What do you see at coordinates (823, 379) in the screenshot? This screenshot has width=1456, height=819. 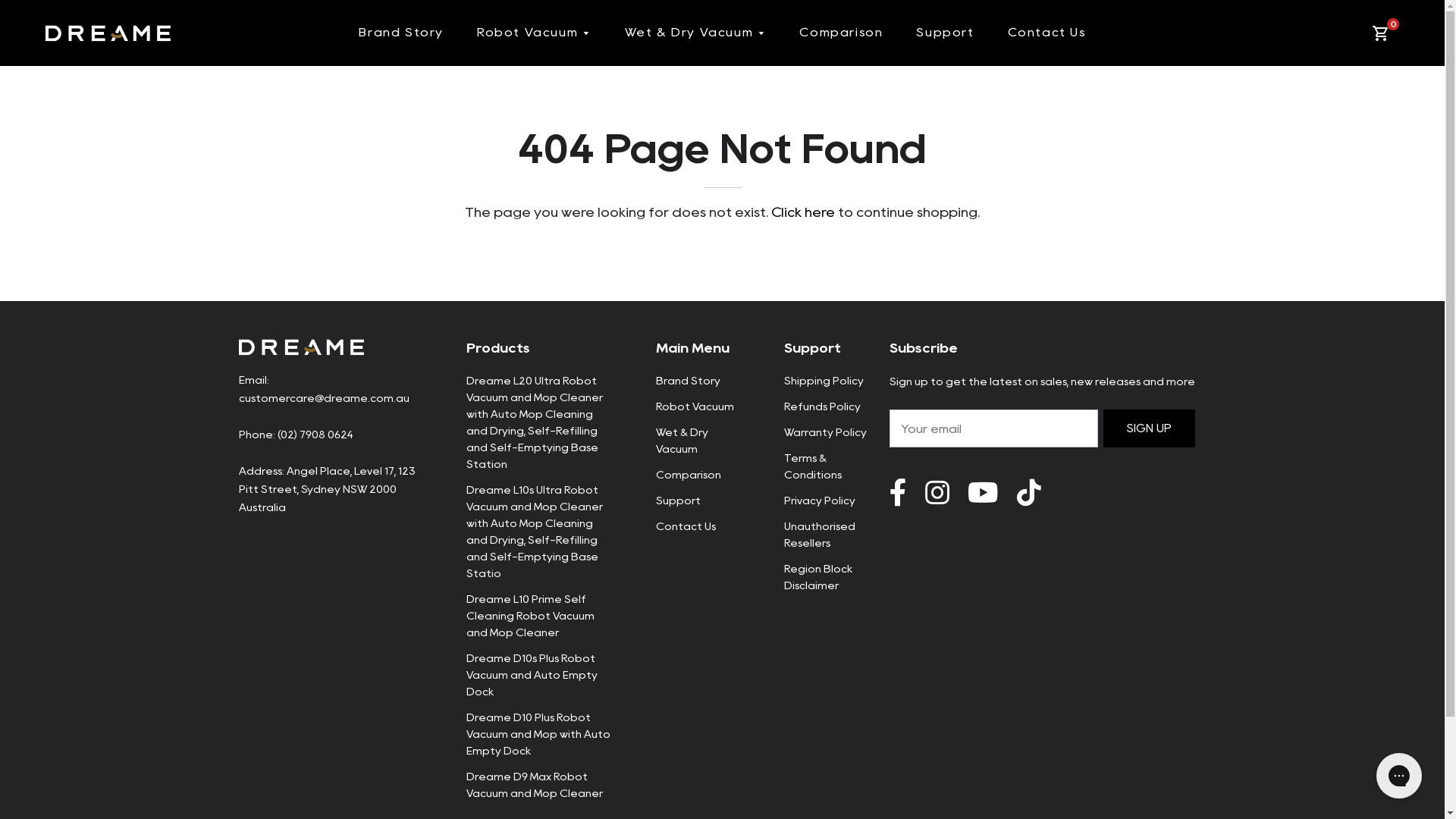 I see `'Shipping Policy'` at bounding box center [823, 379].